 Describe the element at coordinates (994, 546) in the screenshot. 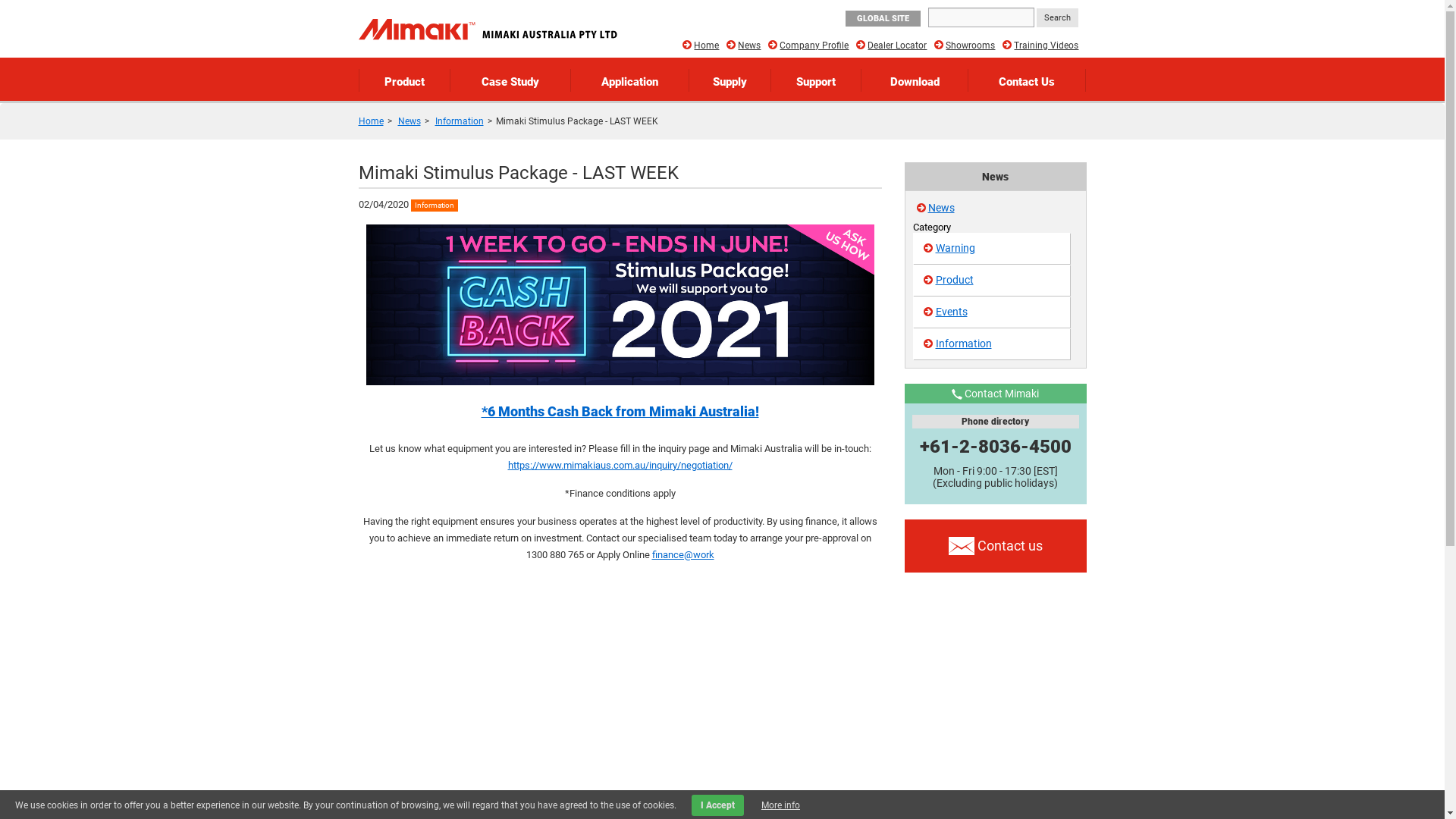

I see `'Contact us'` at that location.